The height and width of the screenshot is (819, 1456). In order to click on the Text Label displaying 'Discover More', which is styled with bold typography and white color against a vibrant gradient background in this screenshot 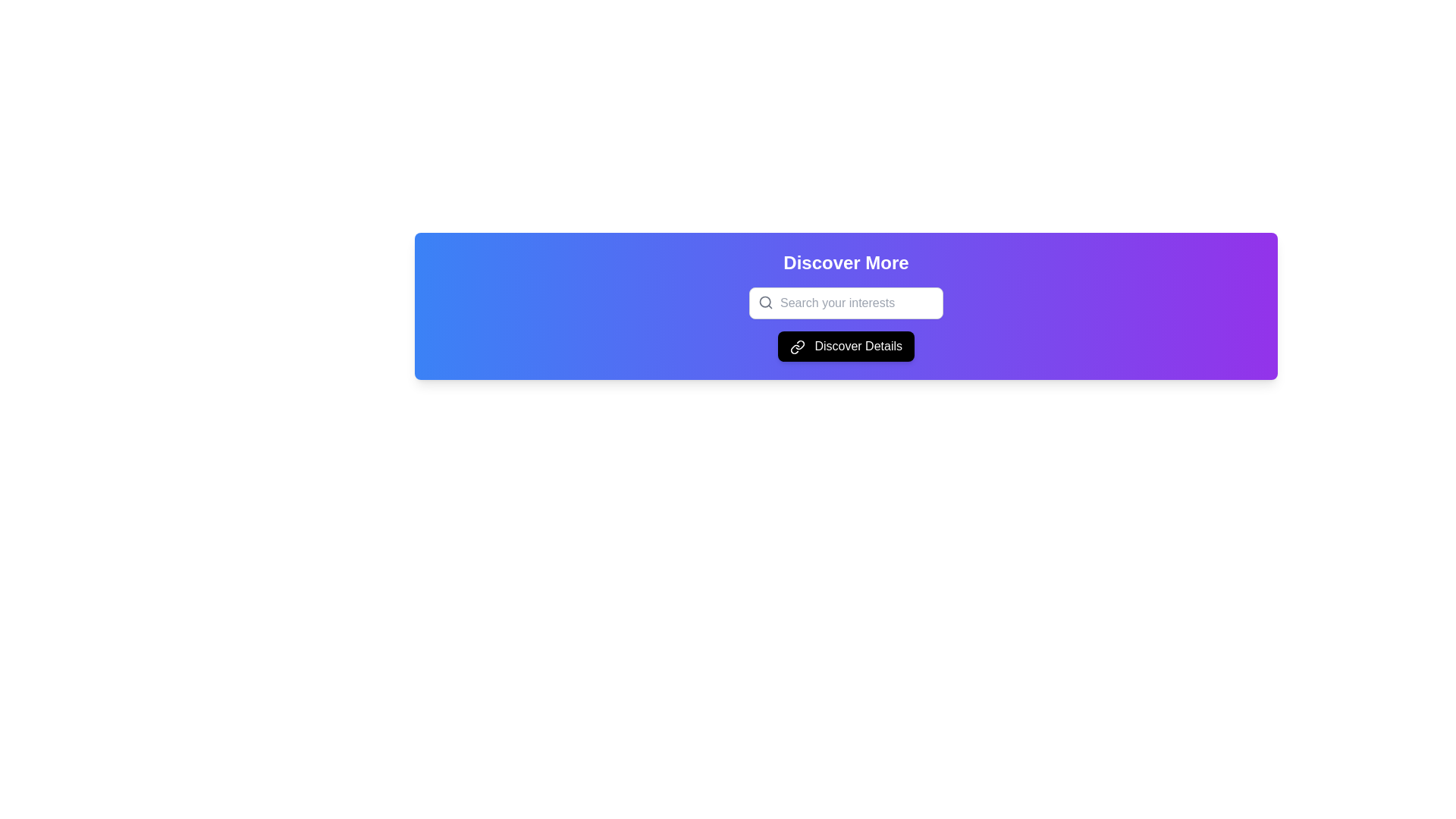, I will do `click(846, 262)`.